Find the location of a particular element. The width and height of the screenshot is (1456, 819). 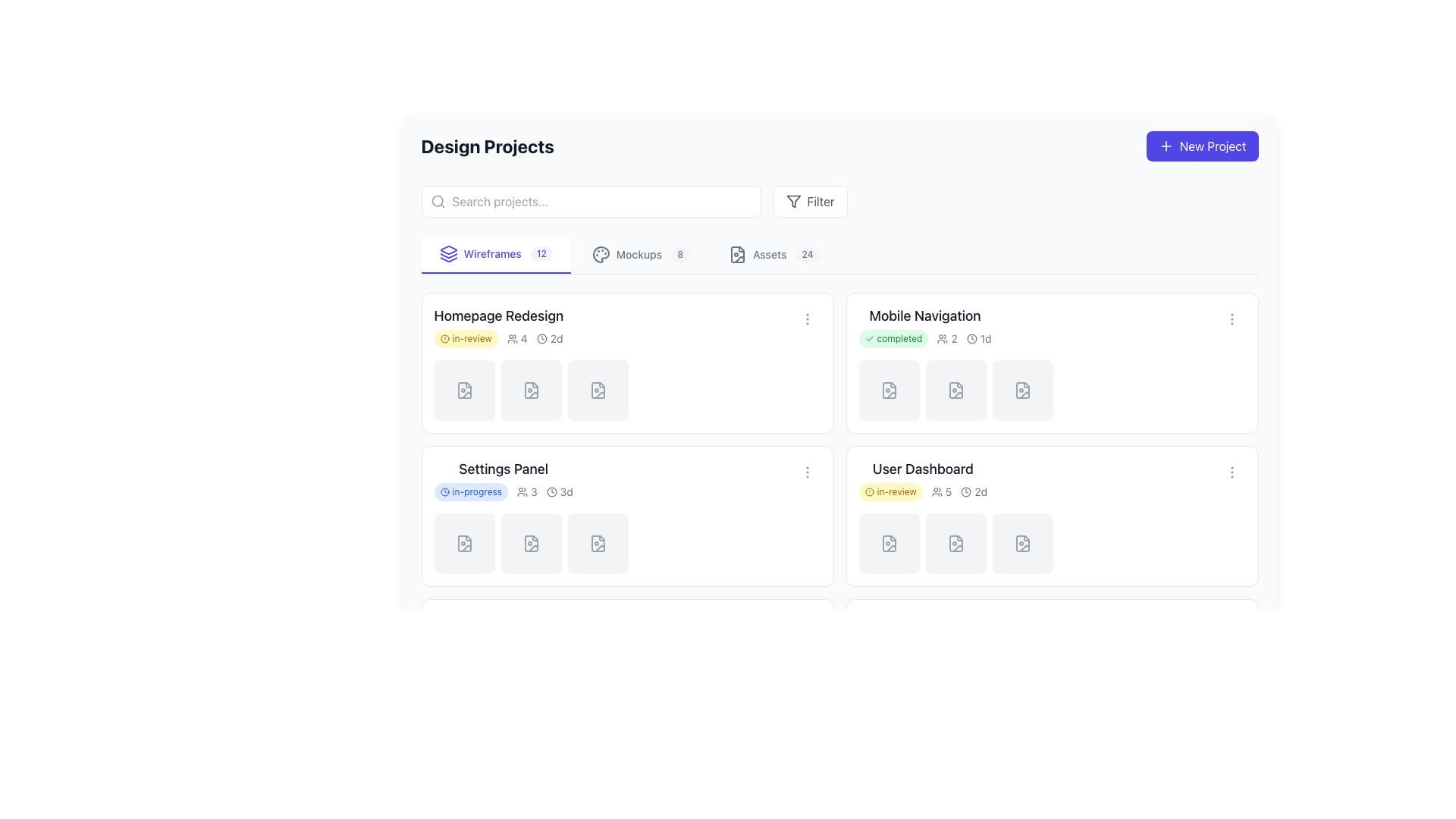

the icon representing a file placeholder, located in the bottom-right corner of the 'User Dashboard' section, which is the third icon in the row is located at coordinates (1022, 543).